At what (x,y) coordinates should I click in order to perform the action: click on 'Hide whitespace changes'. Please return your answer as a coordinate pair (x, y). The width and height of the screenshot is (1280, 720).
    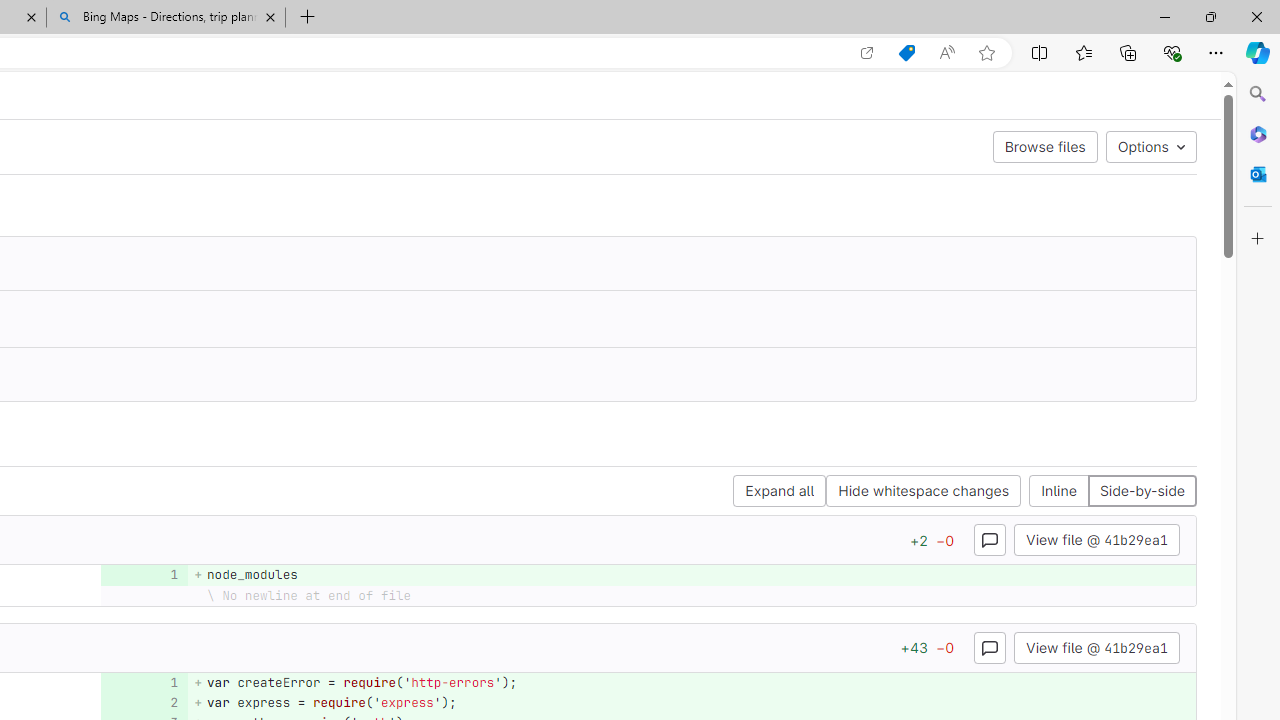
    Looking at the image, I should click on (922, 491).